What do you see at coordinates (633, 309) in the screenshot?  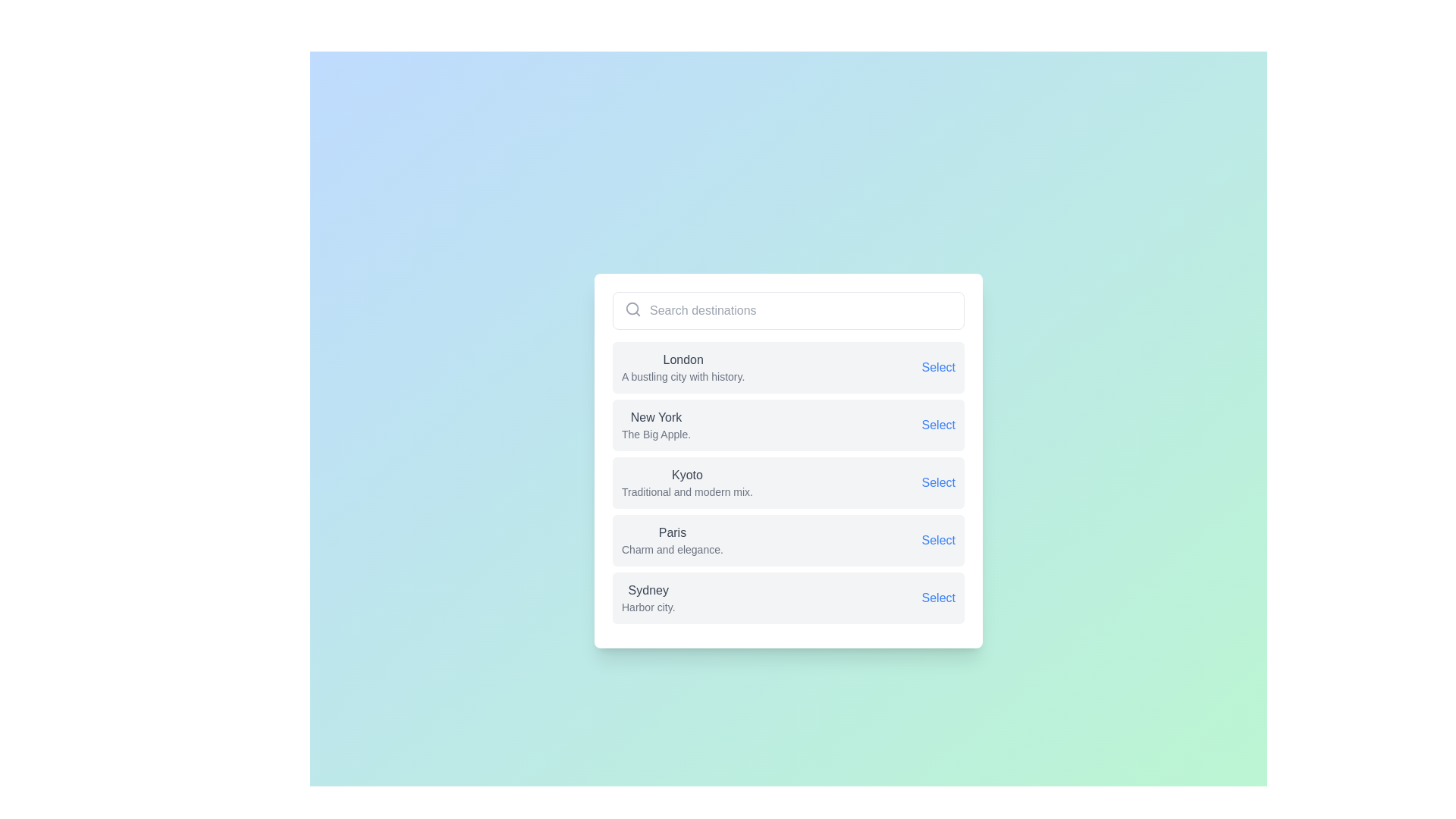 I see `the search icon located at the top-left inside the search input field, which visually indicates the search functionality` at bounding box center [633, 309].